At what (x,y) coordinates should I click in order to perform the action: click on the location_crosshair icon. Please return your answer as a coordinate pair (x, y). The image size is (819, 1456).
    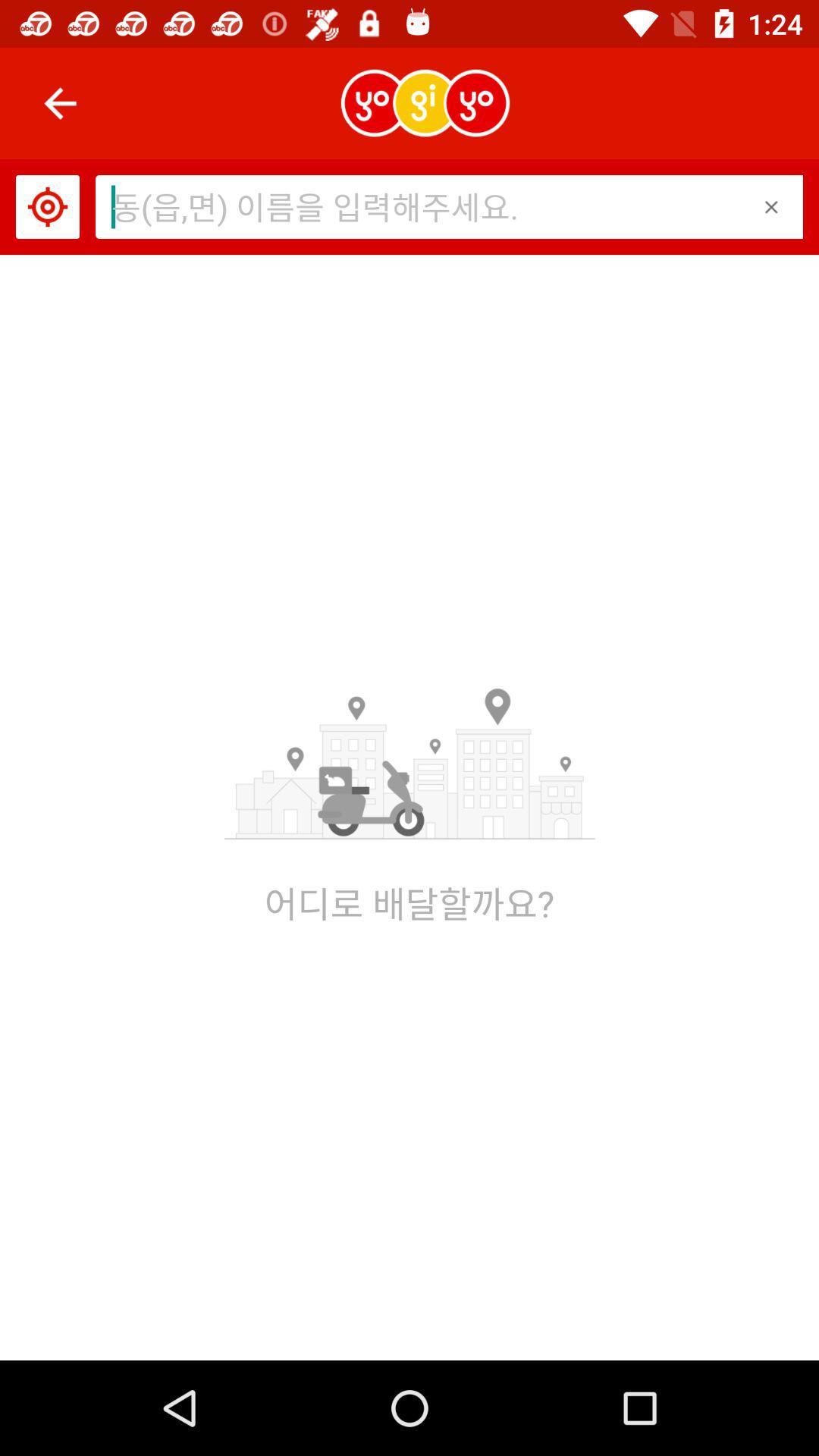
    Looking at the image, I should click on (46, 206).